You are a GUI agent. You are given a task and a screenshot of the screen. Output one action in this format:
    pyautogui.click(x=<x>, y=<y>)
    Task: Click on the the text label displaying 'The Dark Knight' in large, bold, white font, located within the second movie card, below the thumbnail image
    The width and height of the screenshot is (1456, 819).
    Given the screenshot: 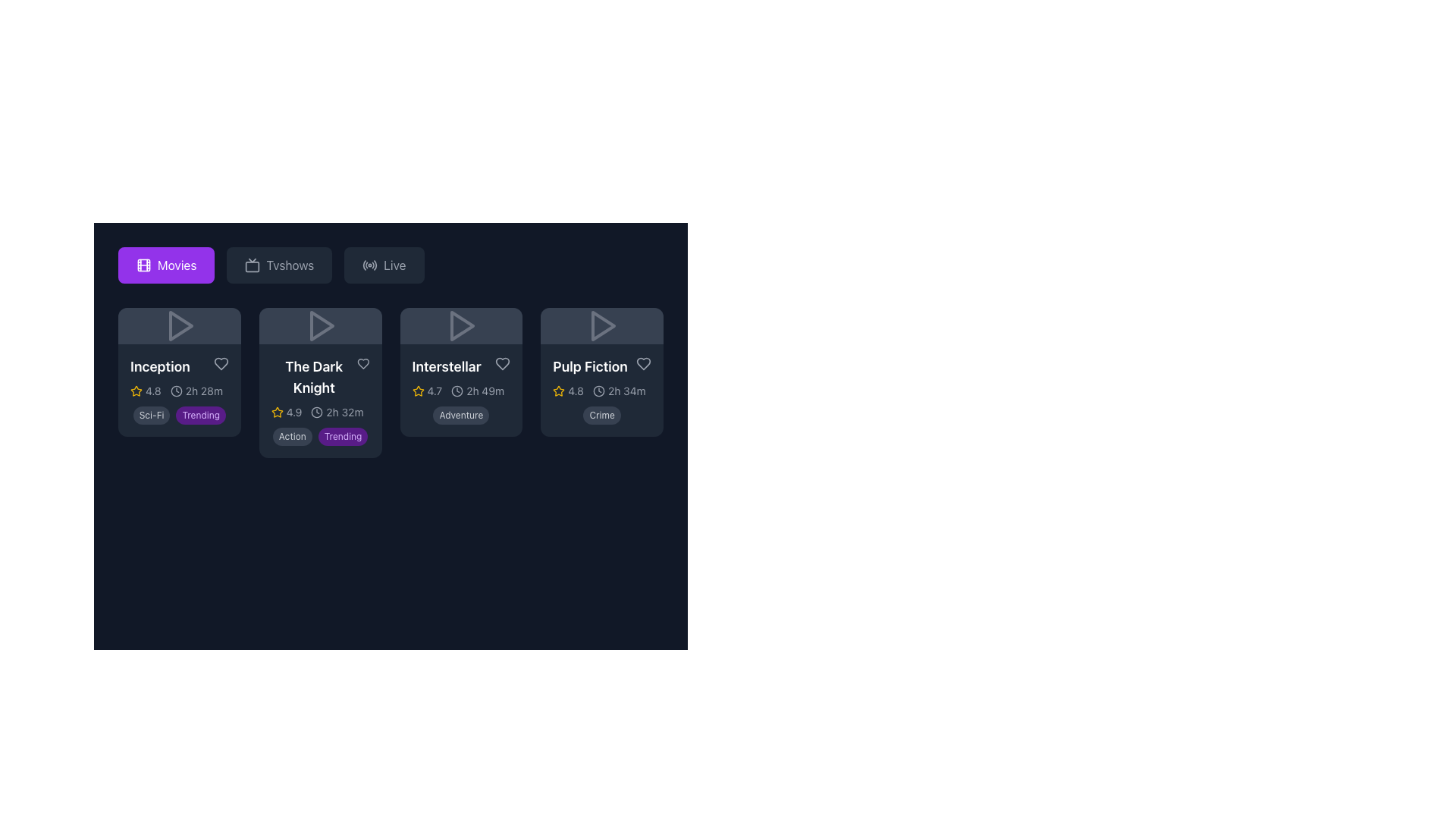 What is the action you would take?
    pyautogui.click(x=313, y=376)
    